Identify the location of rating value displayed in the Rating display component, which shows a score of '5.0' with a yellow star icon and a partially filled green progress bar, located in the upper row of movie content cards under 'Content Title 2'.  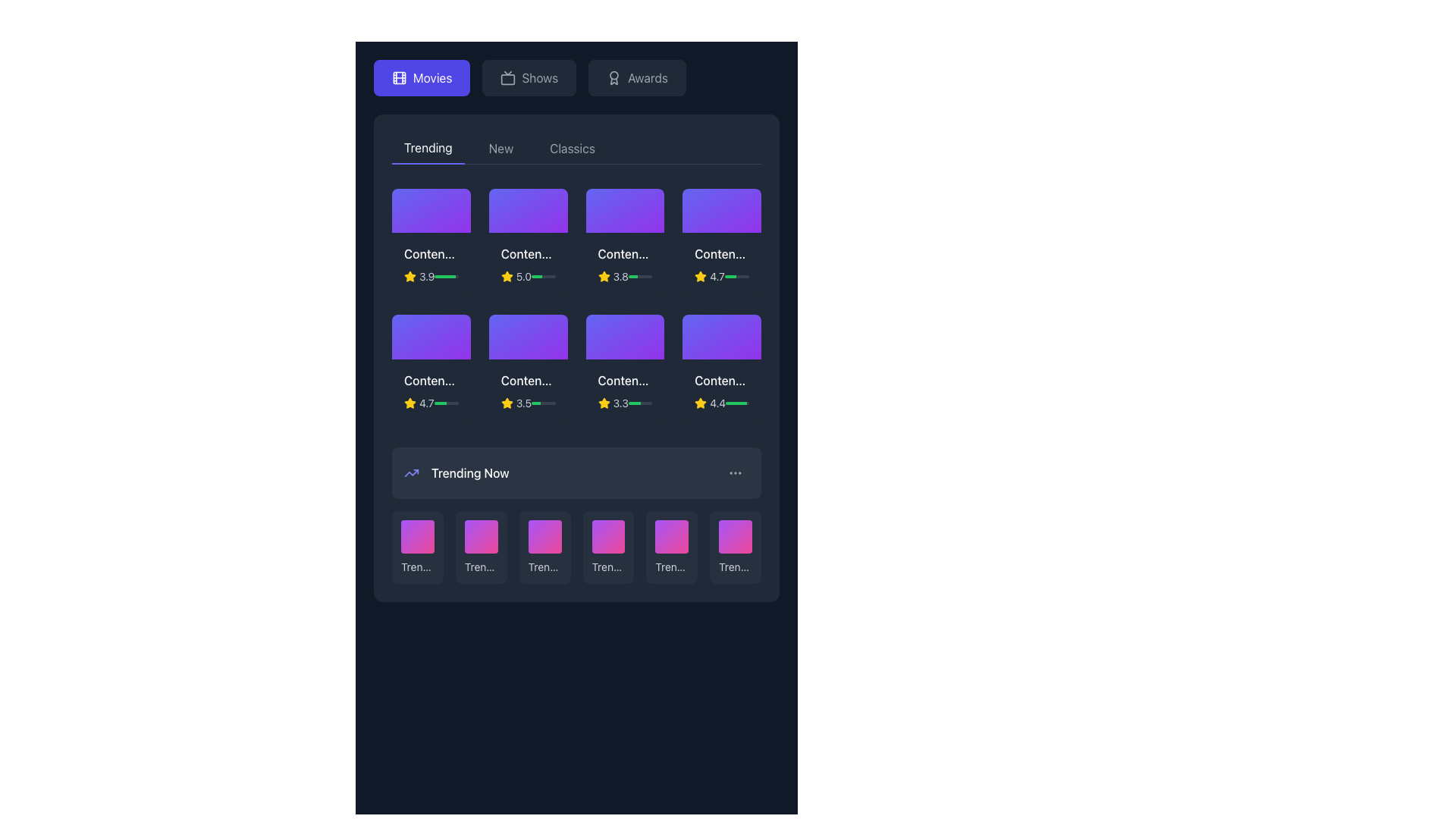
(528, 277).